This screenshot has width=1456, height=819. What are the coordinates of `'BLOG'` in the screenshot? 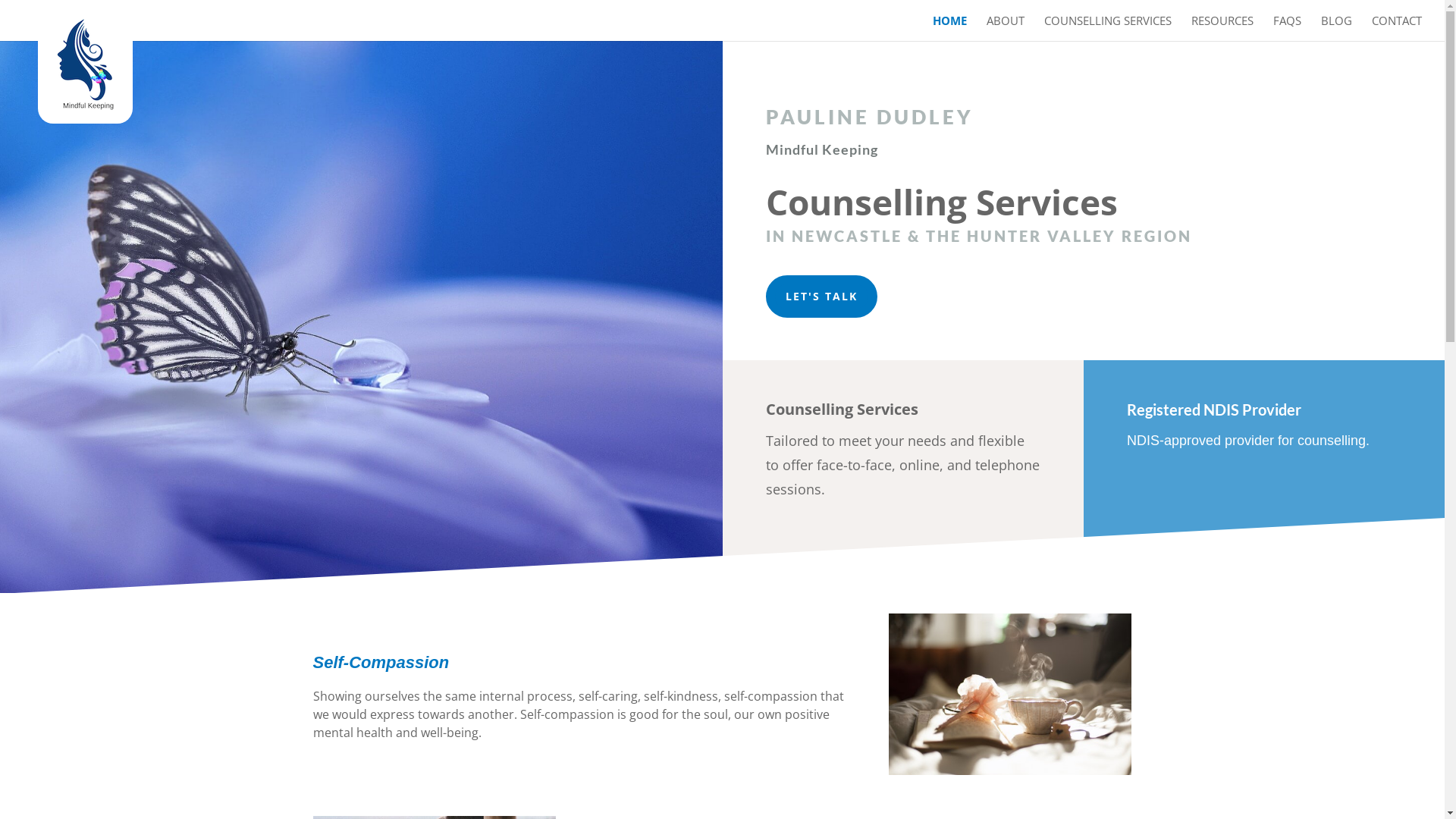 It's located at (1336, 28).